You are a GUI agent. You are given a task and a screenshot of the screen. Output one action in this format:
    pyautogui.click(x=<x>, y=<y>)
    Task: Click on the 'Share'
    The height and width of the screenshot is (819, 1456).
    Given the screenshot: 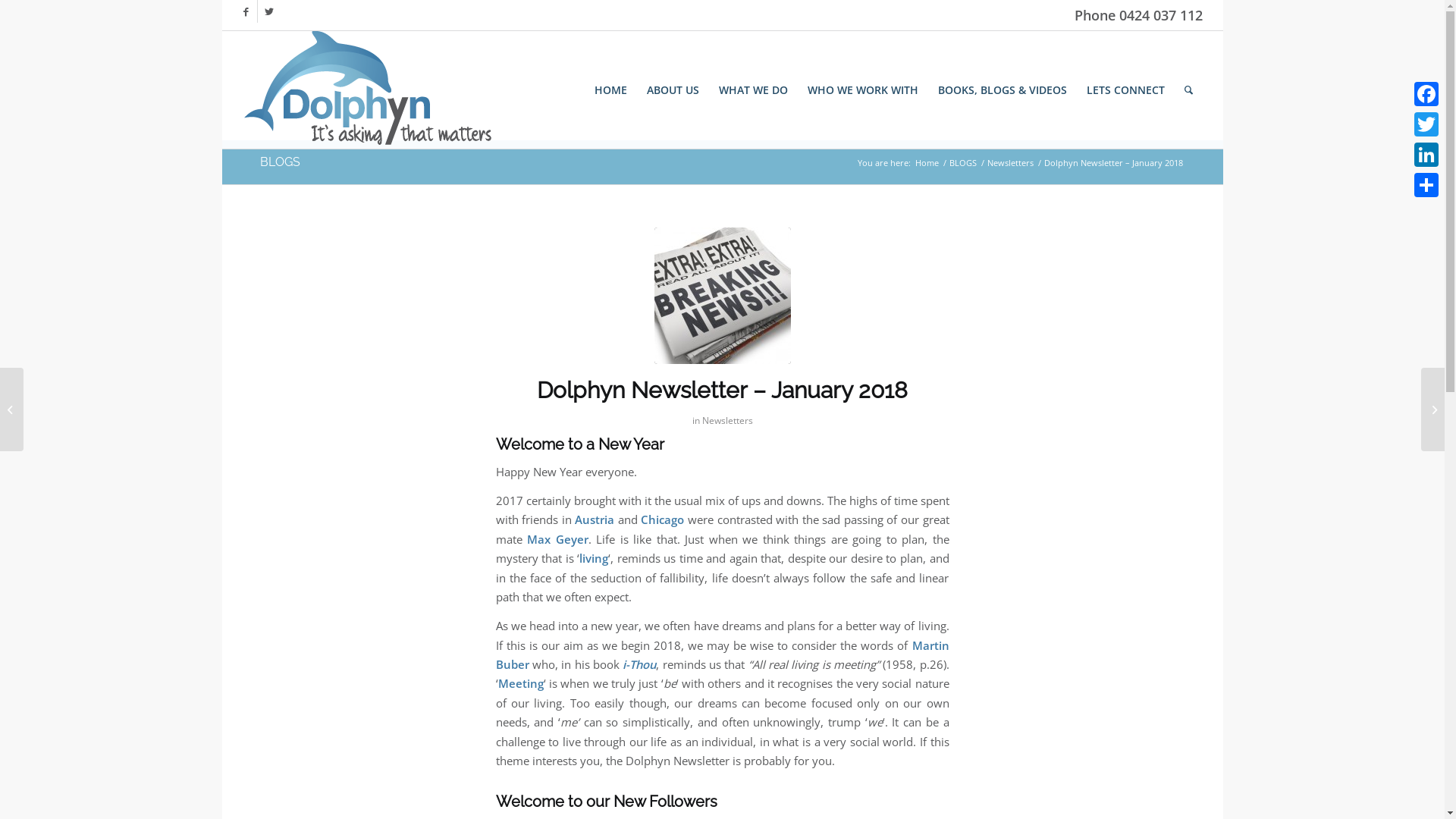 What is the action you would take?
    pyautogui.click(x=1426, y=184)
    